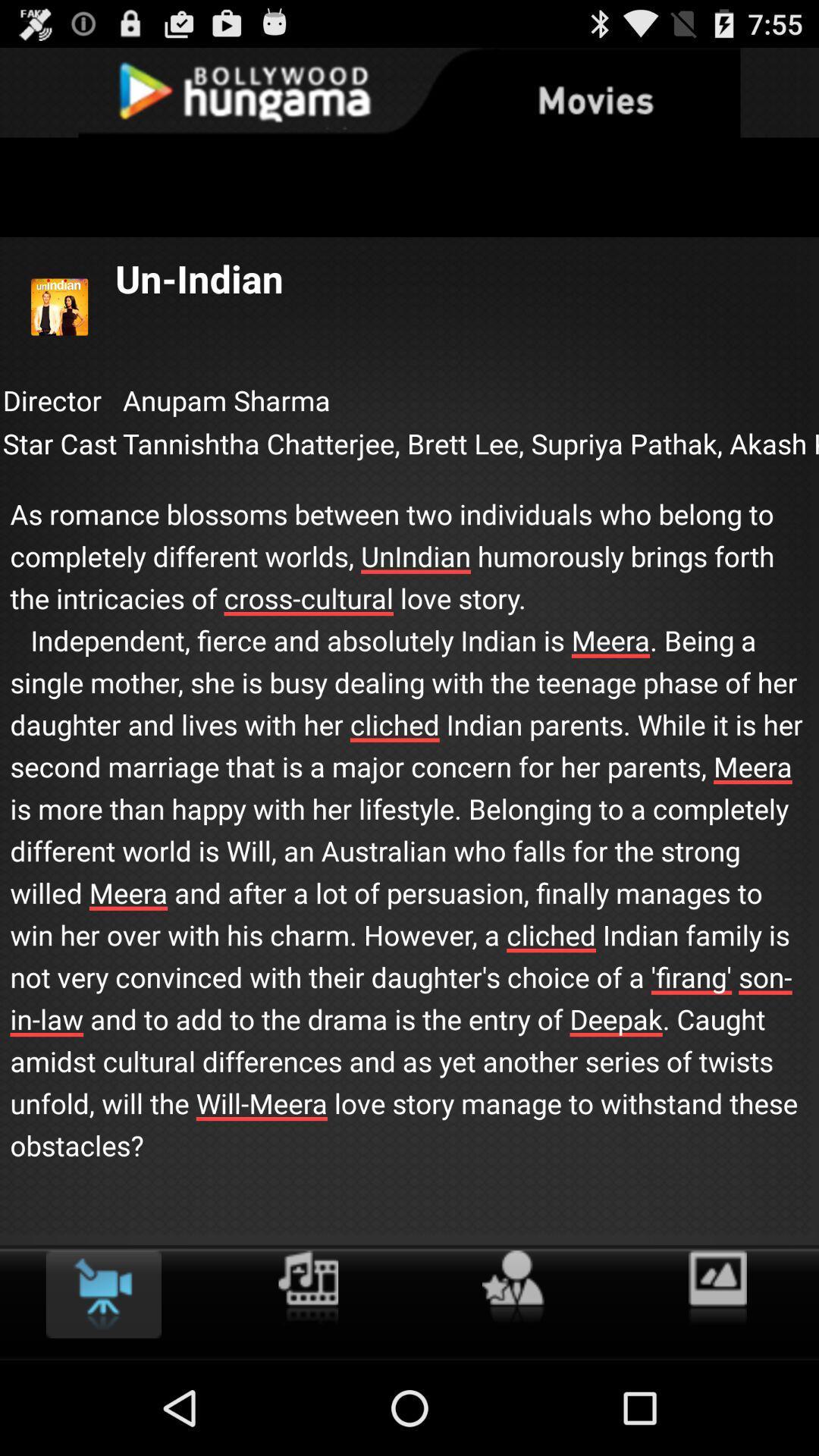 This screenshot has width=819, height=1456. I want to click on the item below as romance blossoms, so click(307, 1287).